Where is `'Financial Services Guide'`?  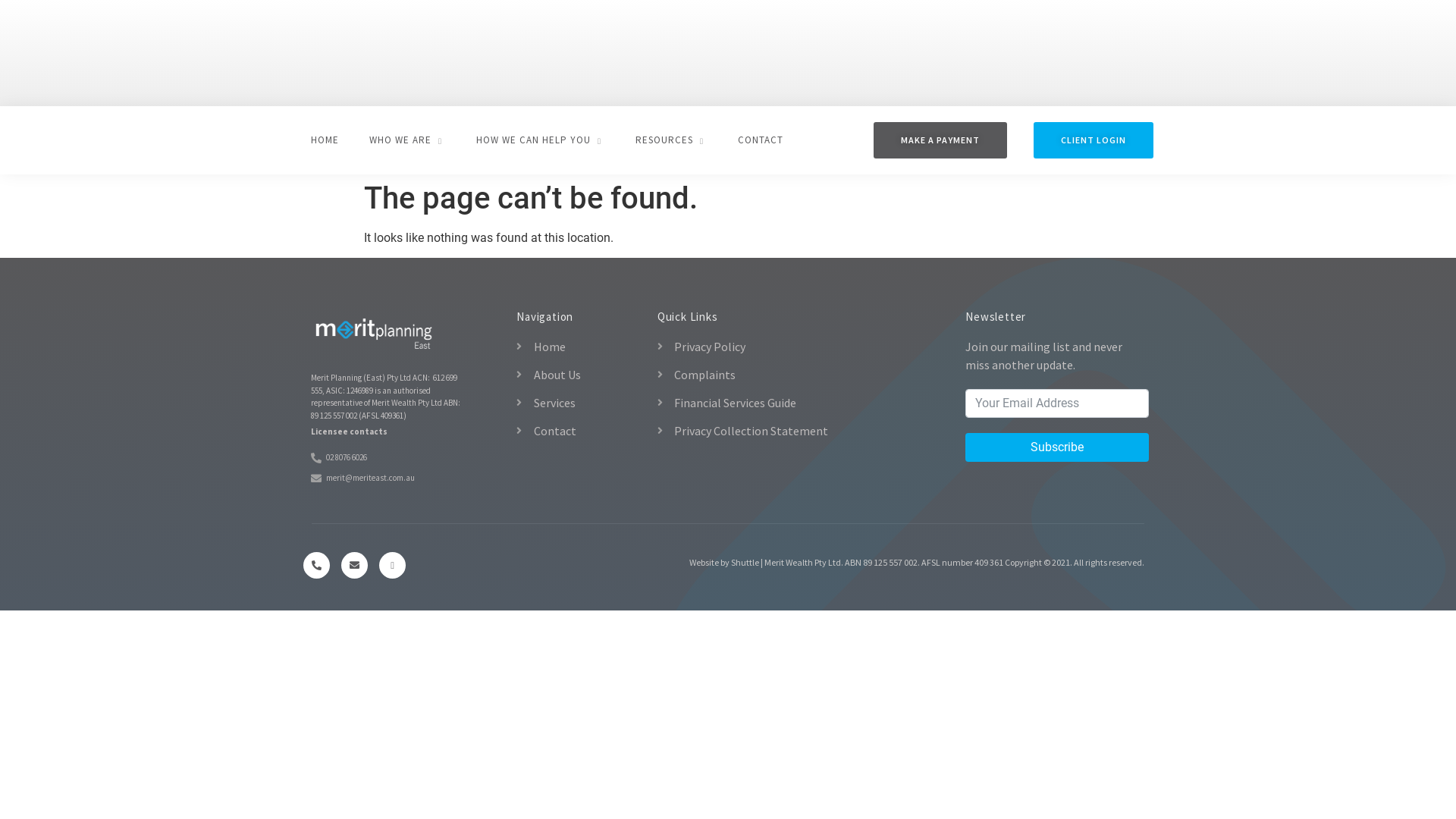
'Financial Services Guide' is located at coordinates (792, 402).